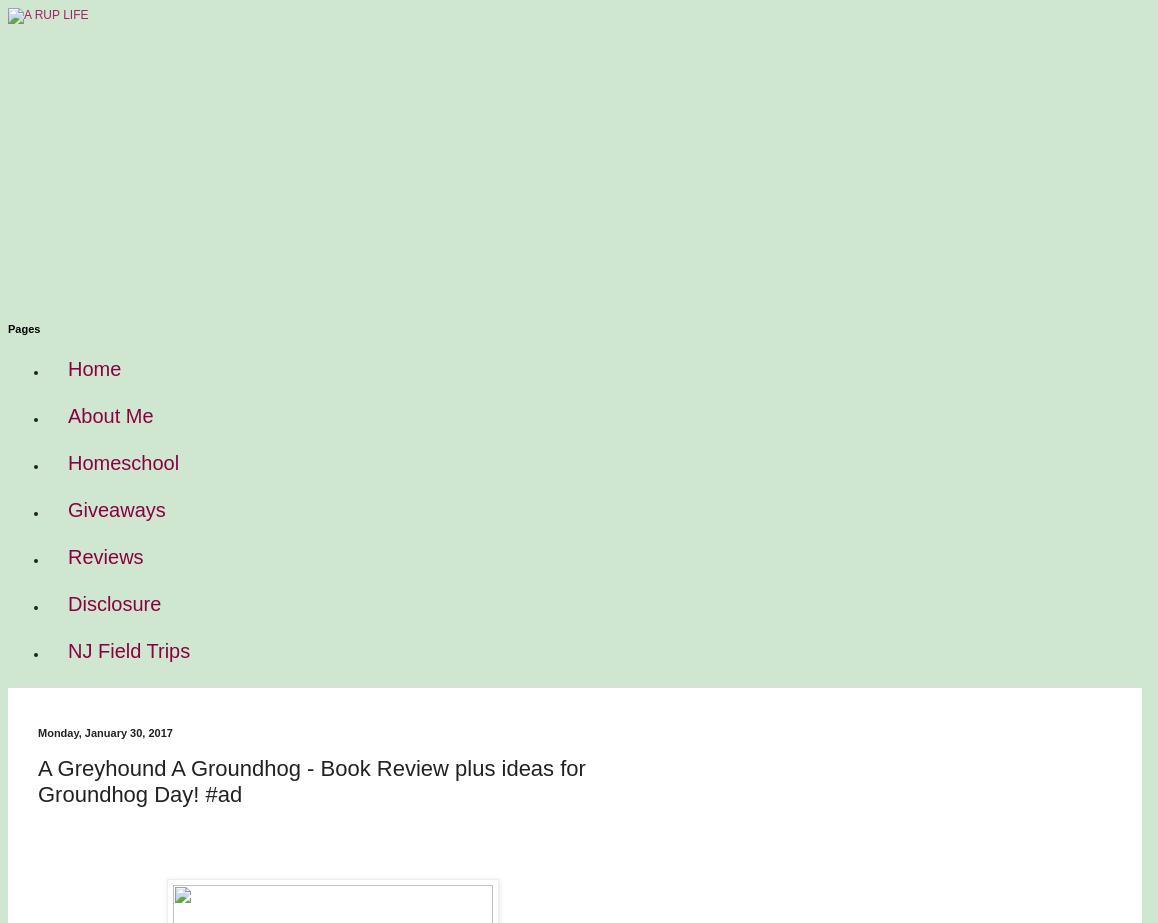  Describe the element at coordinates (114, 603) in the screenshot. I see `'Disclosure'` at that location.